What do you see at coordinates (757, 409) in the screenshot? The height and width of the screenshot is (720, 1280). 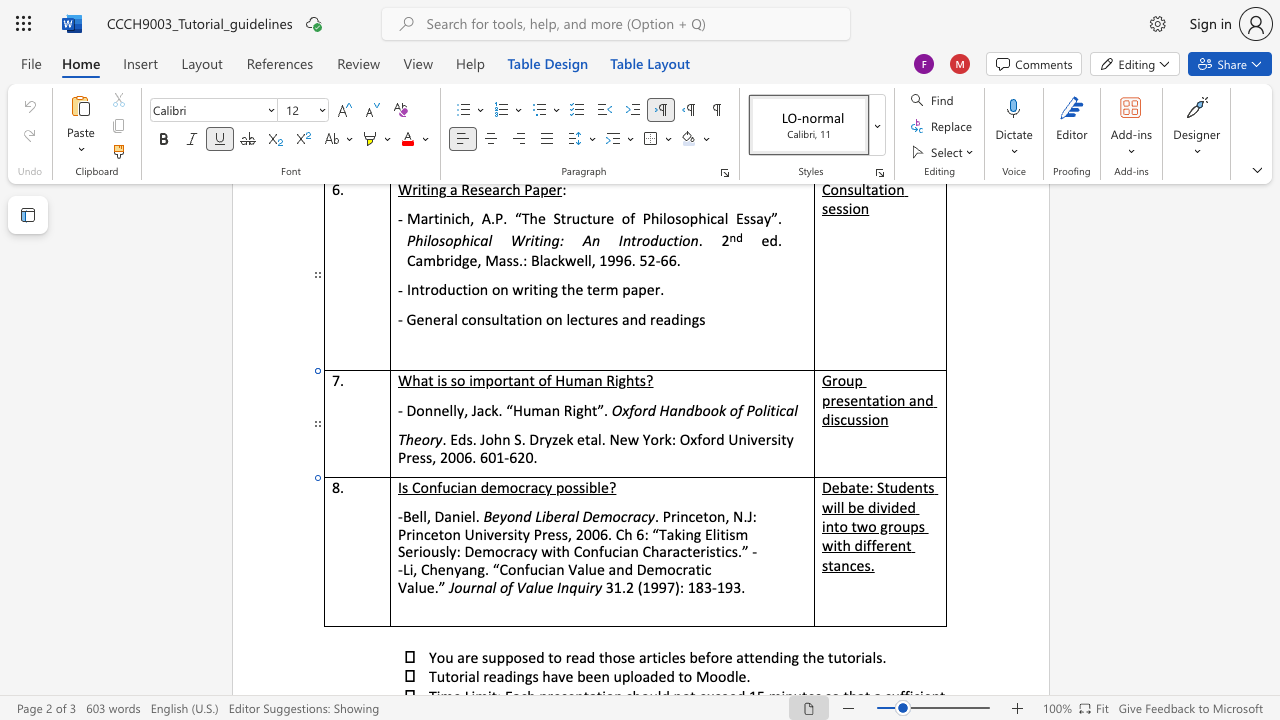 I see `the 5th character "o" in the text` at bounding box center [757, 409].